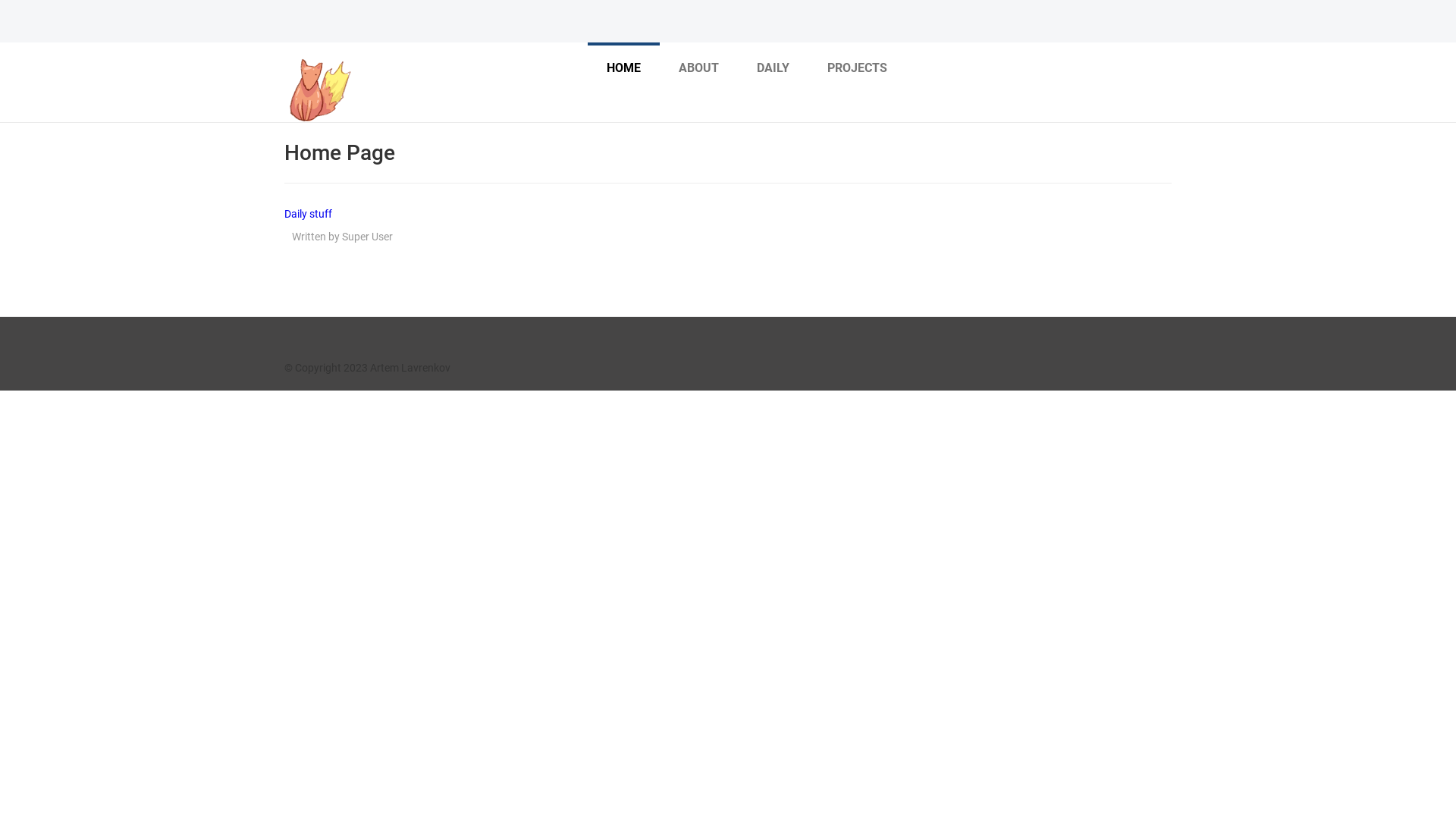  I want to click on 'PROJECTS', so click(857, 66).